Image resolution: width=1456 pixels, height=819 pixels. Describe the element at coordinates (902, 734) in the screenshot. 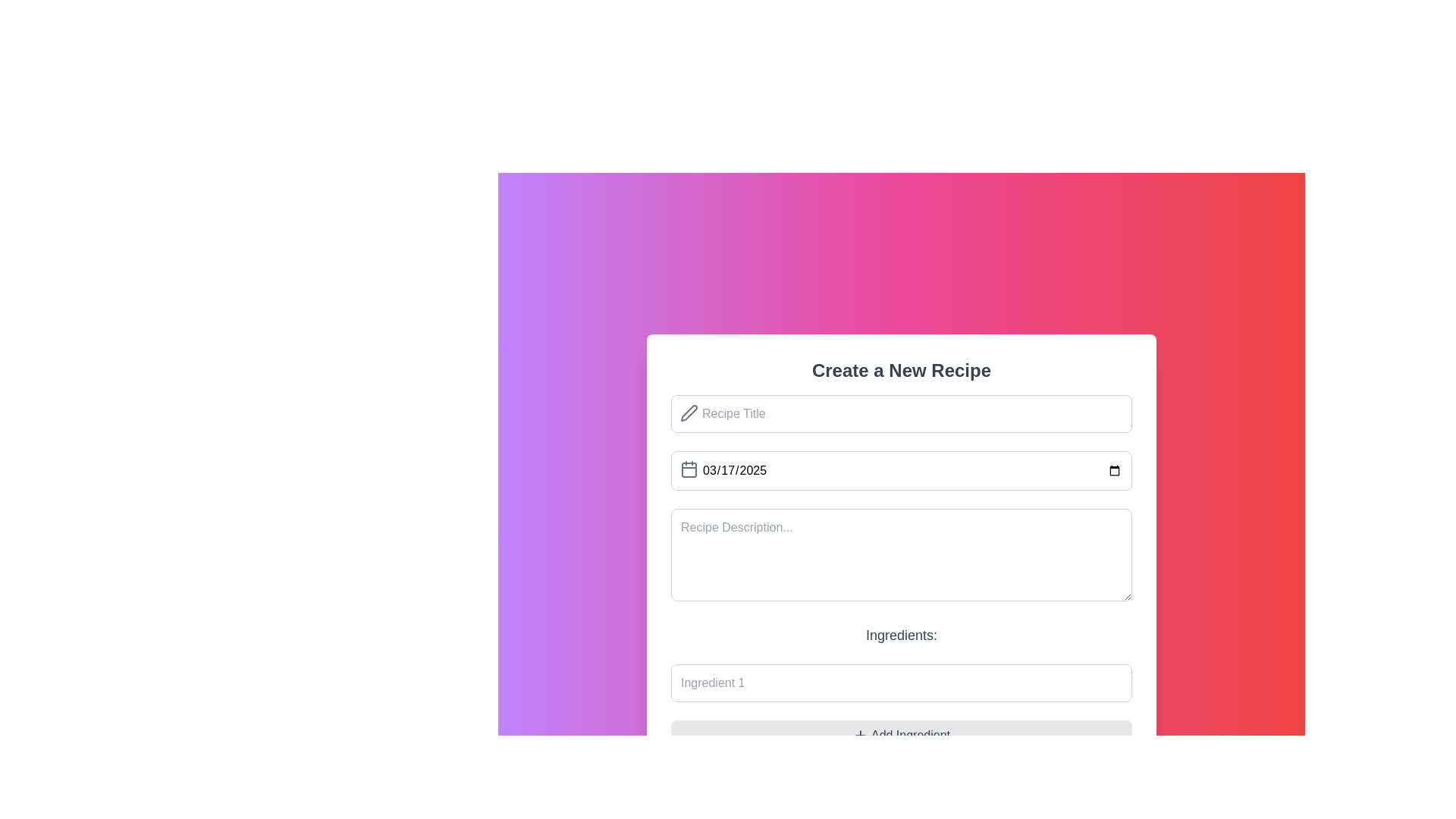

I see `the button` at that location.